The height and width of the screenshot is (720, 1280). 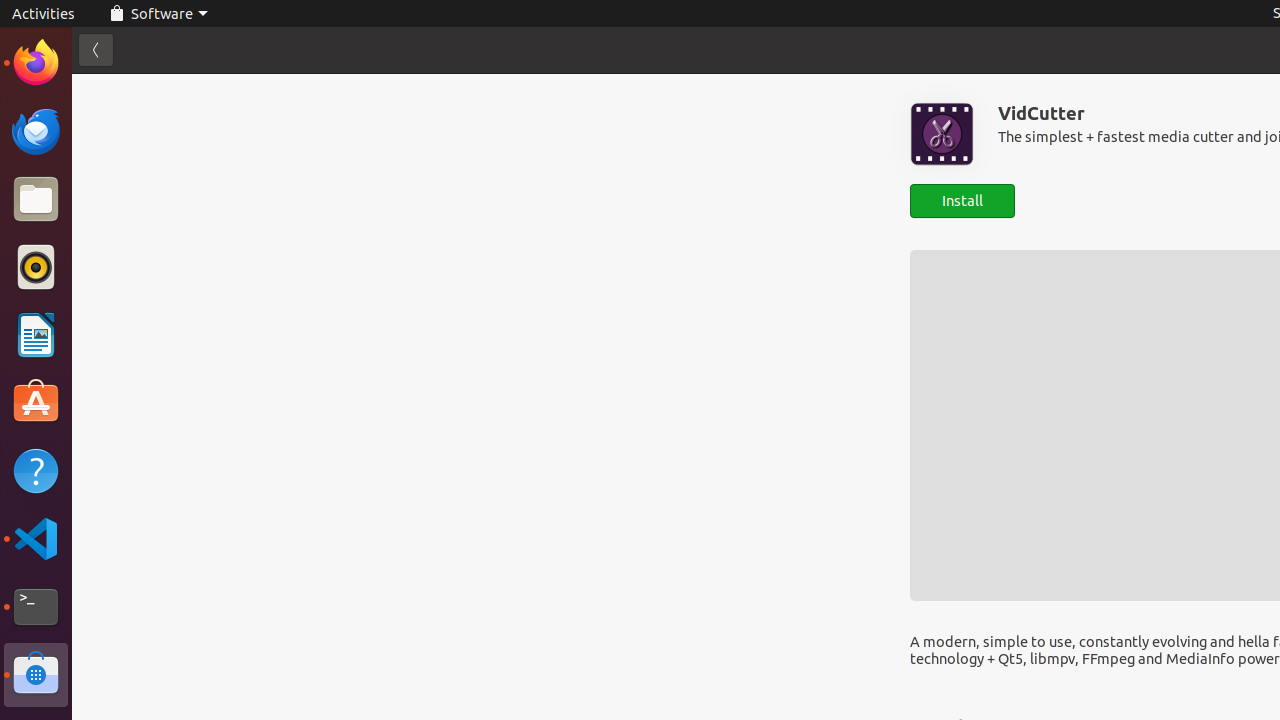 What do you see at coordinates (962, 201) in the screenshot?
I see `'Install'` at bounding box center [962, 201].